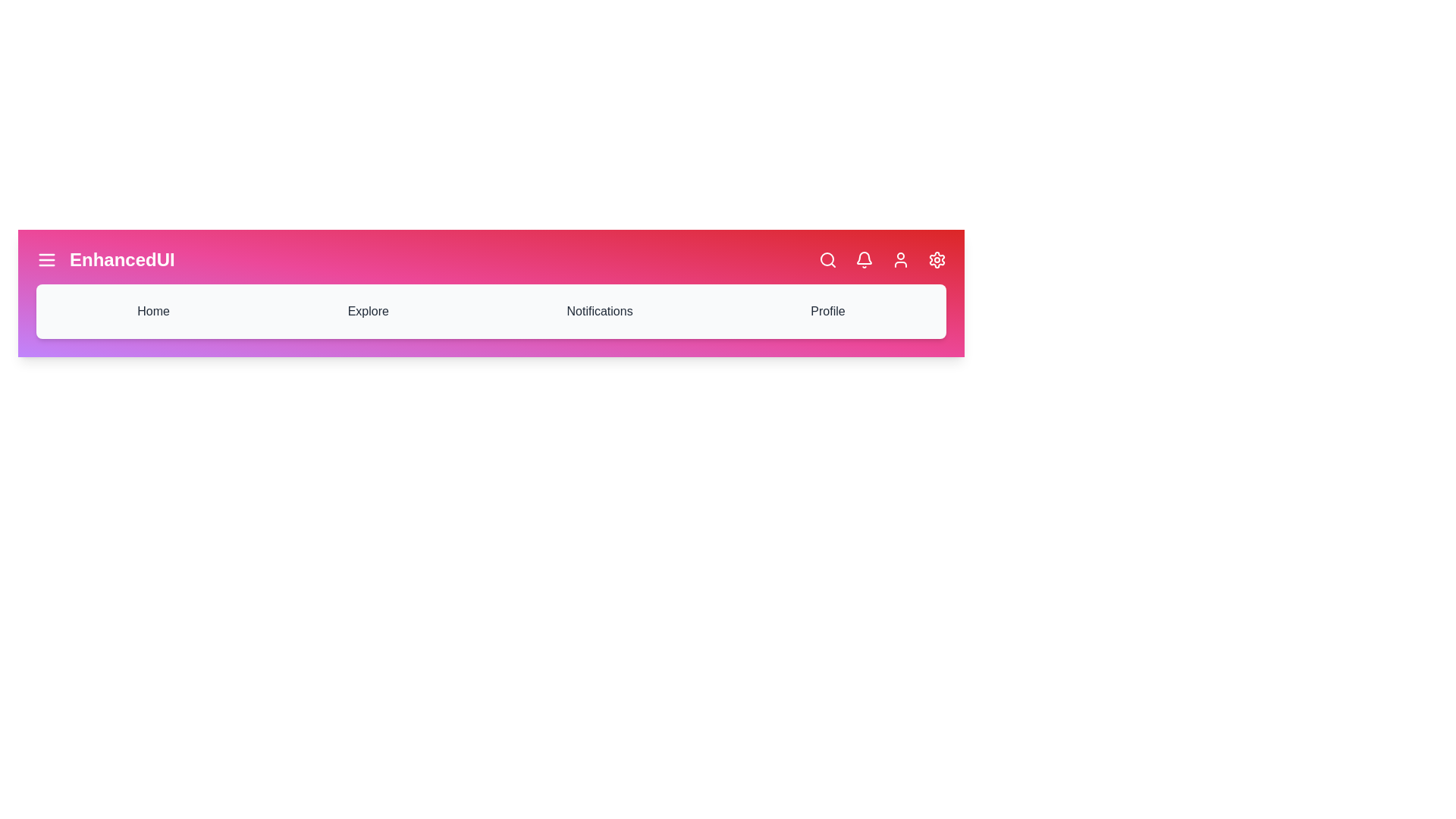 The width and height of the screenshot is (1456, 819). I want to click on the icon corresponding to User, so click(901, 259).